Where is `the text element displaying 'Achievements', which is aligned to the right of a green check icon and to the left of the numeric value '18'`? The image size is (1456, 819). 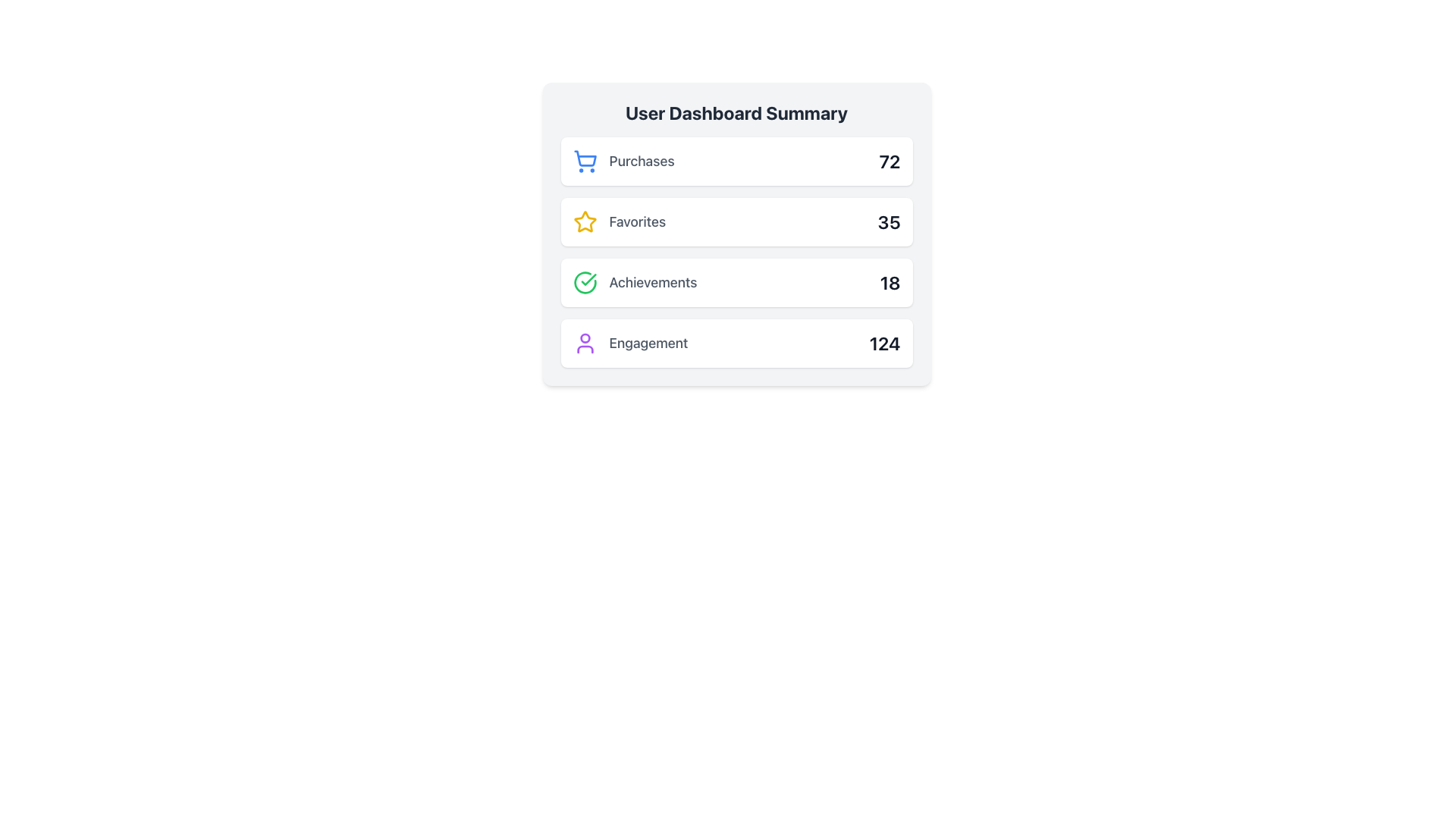
the text element displaying 'Achievements', which is aligned to the right of a green check icon and to the left of the numeric value '18' is located at coordinates (653, 283).